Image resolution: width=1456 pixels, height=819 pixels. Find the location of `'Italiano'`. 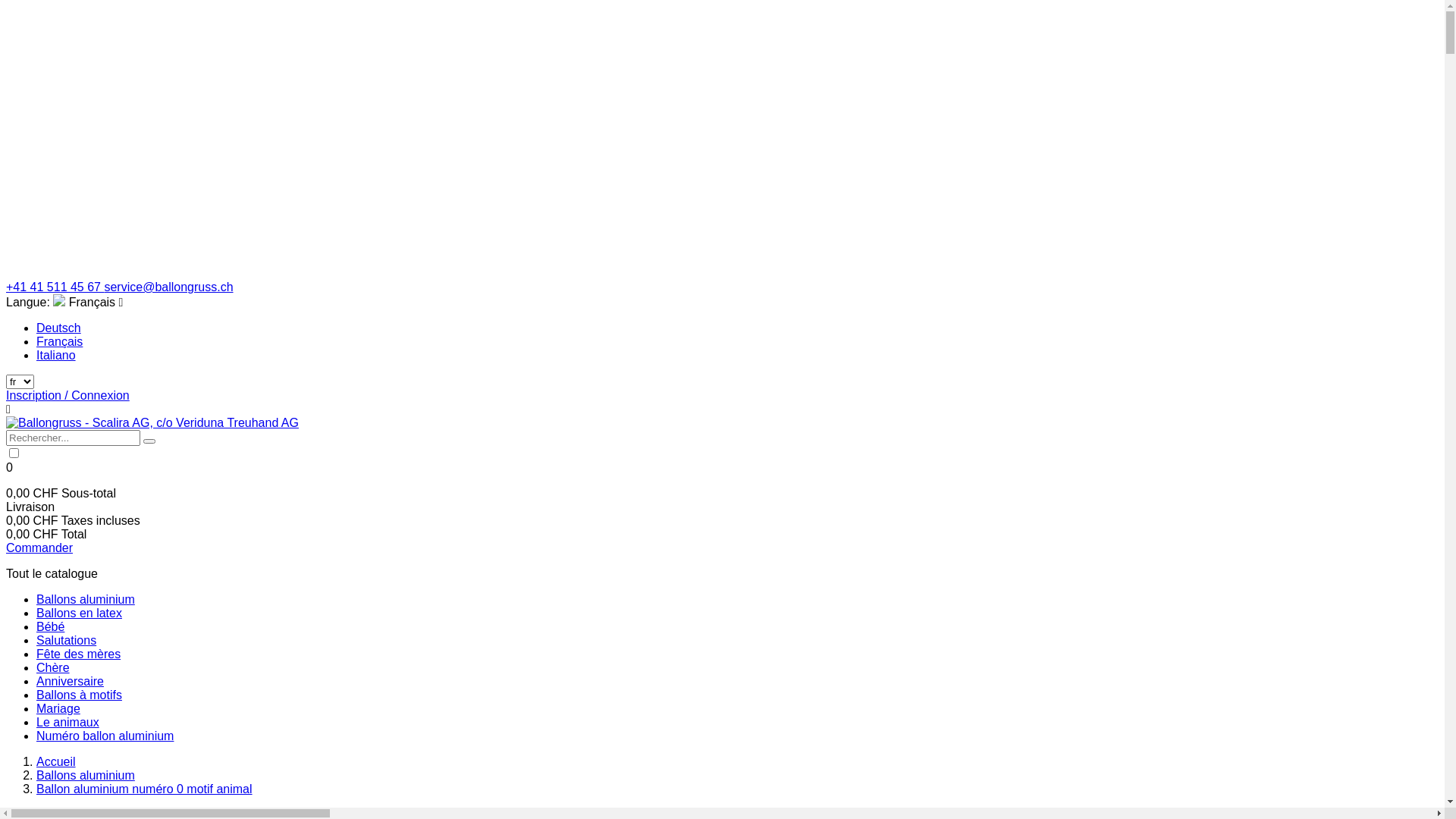

'Italiano' is located at coordinates (55, 355).